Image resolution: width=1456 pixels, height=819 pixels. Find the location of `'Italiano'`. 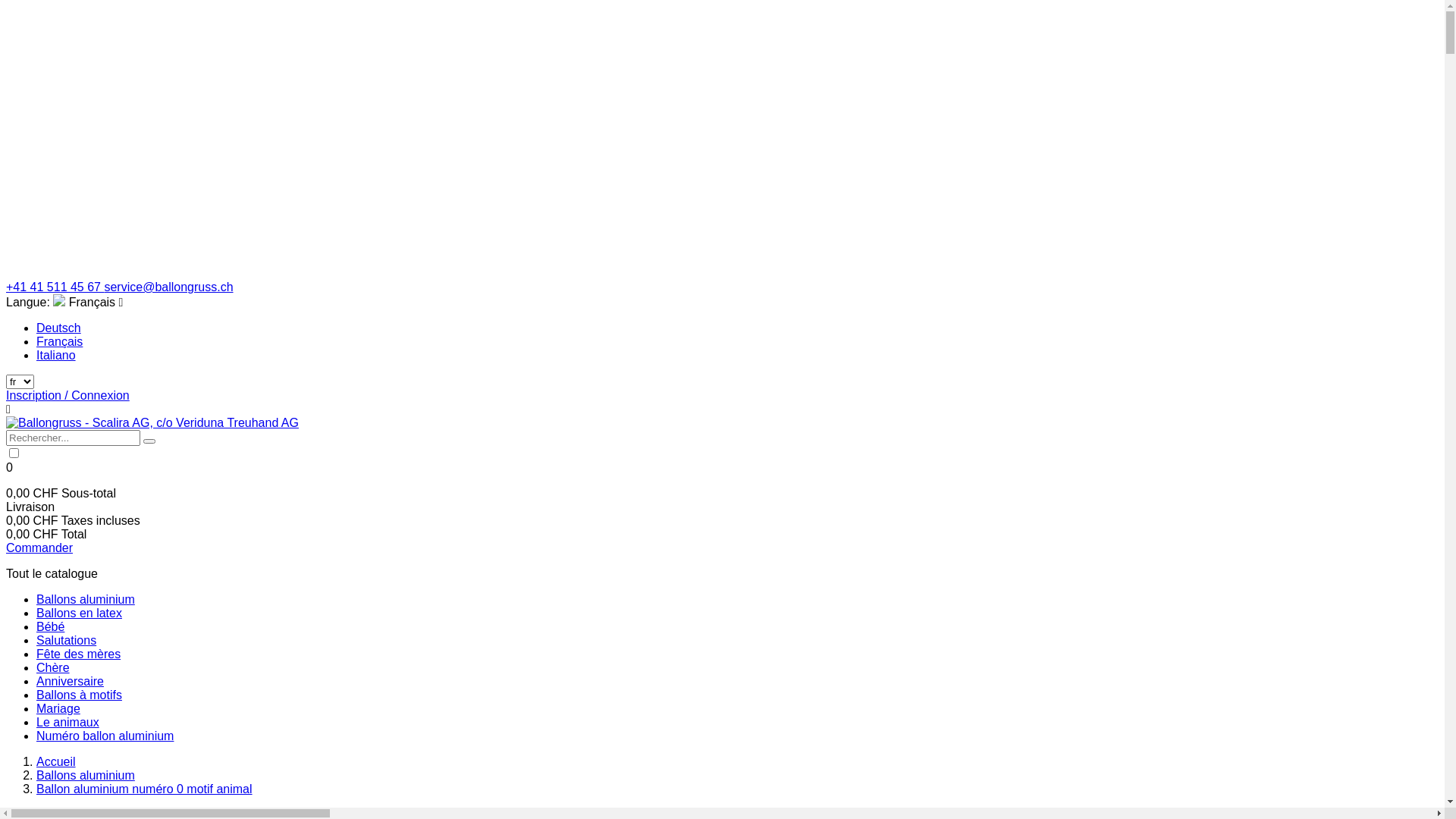

'Italiano' is located at coordinates (55, 355).